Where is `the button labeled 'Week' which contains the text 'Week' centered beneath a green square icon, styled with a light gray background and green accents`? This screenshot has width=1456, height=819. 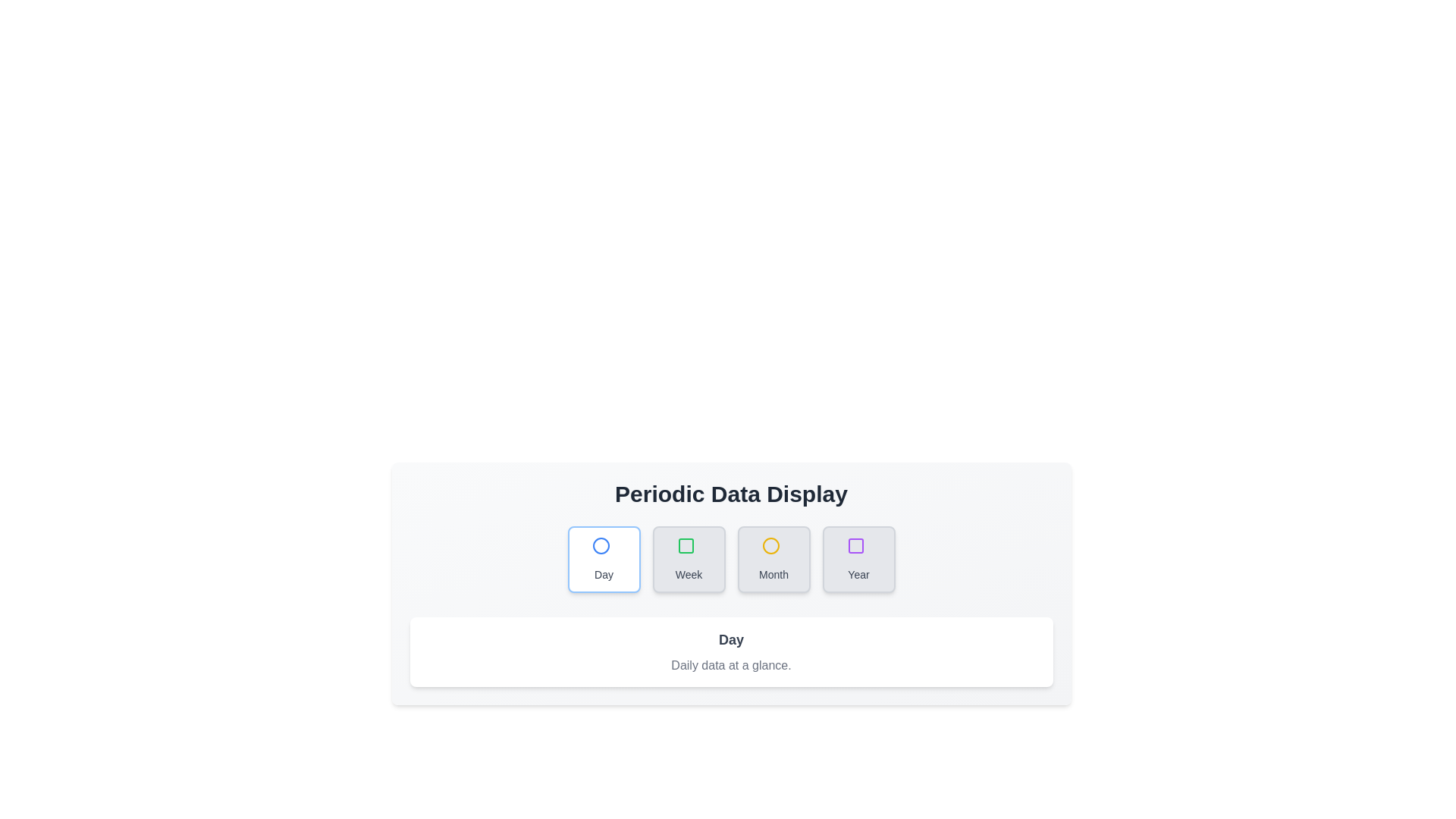 the button labeled 'Week' which contains the text 'Week' centered beneath a green square icon, styled with a light gray background and green accents is located at coordinates (688, 575).